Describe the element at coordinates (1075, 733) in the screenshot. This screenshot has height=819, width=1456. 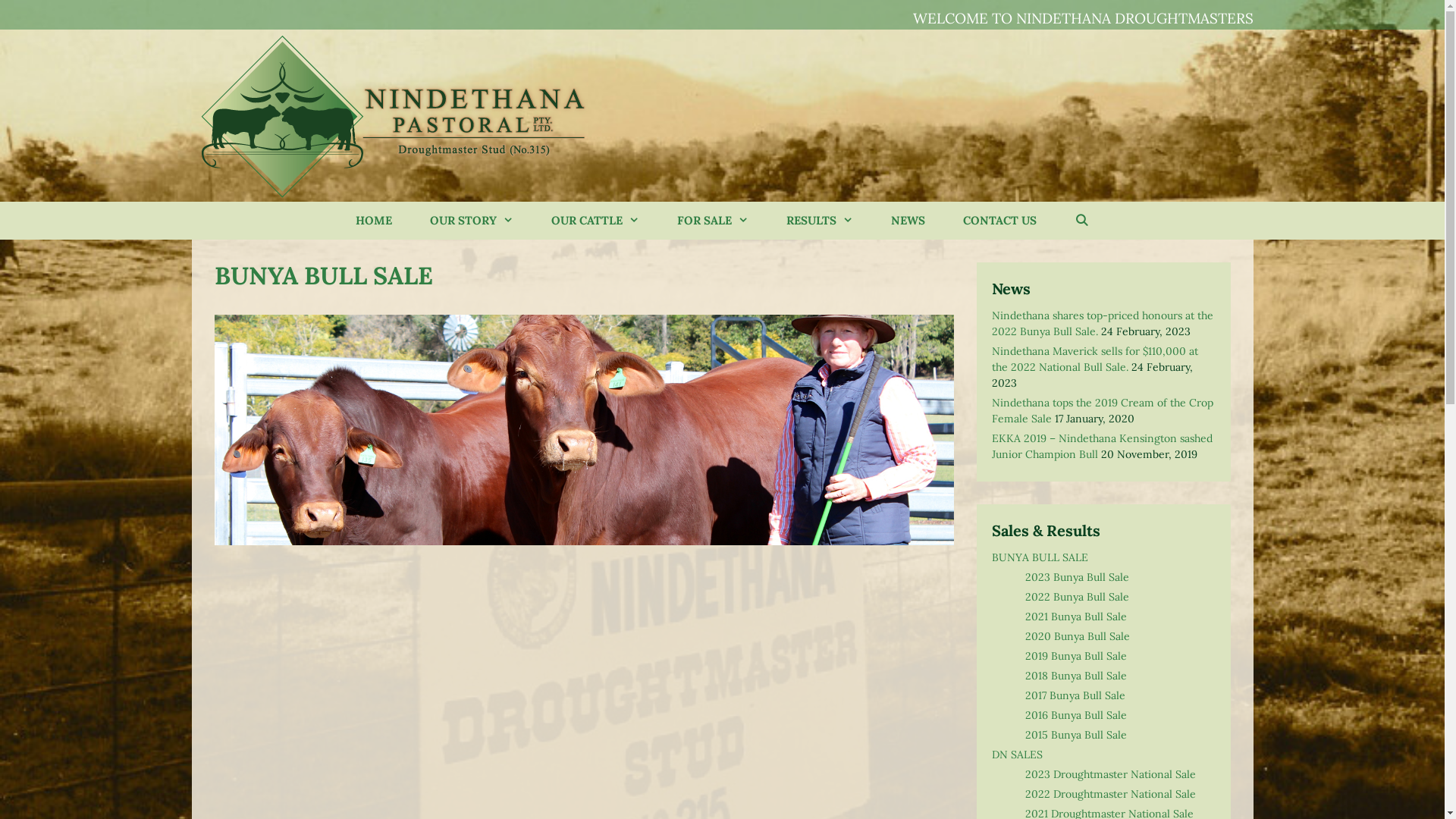
I see `'2015 Bunya Bull Sale'` at that location.